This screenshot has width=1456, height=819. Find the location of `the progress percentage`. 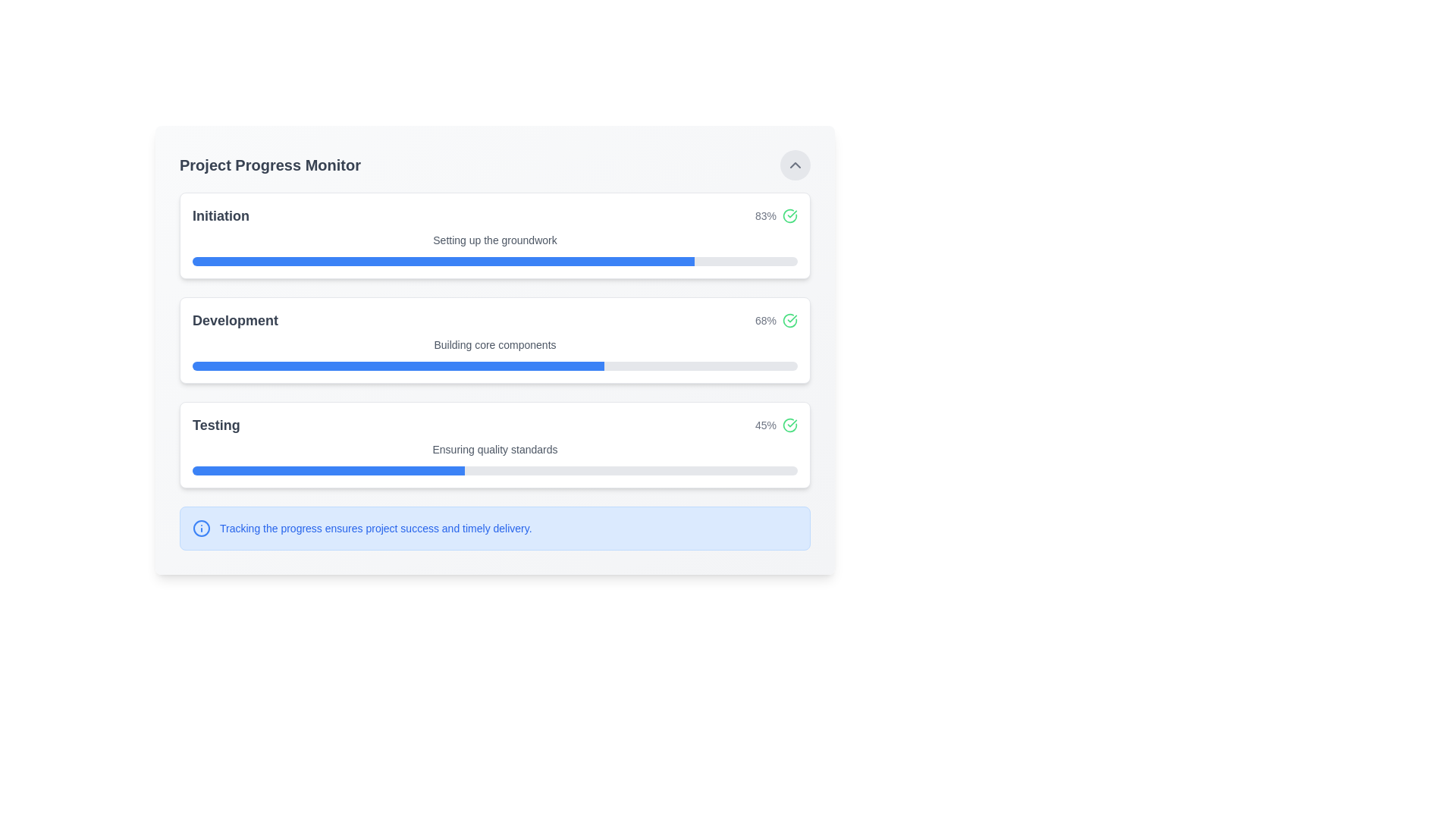

the progress percentage is located at coordinates (557, 366).